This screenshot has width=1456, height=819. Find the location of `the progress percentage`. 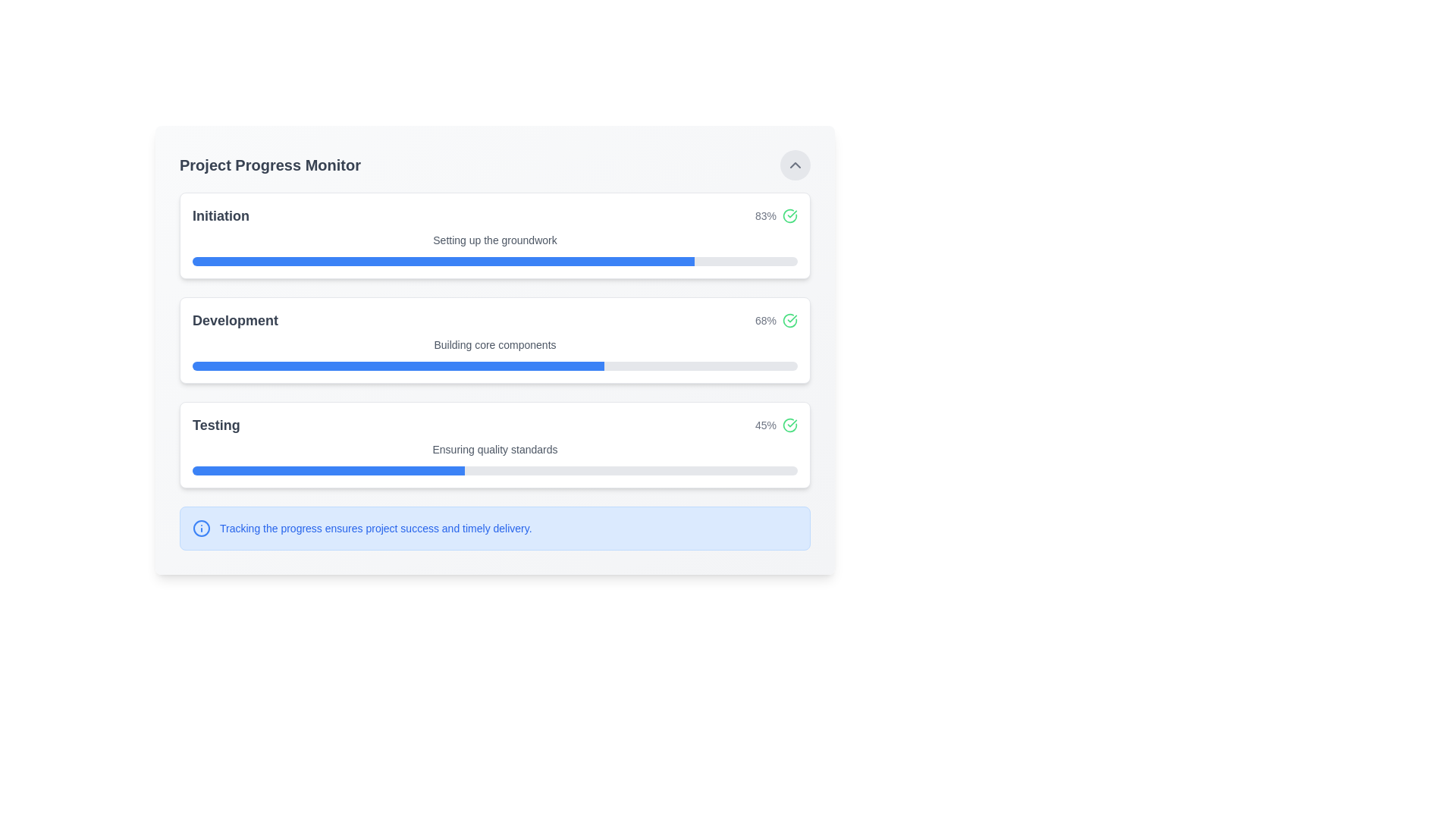

the progress percentage is located at coordinates (557, 366).